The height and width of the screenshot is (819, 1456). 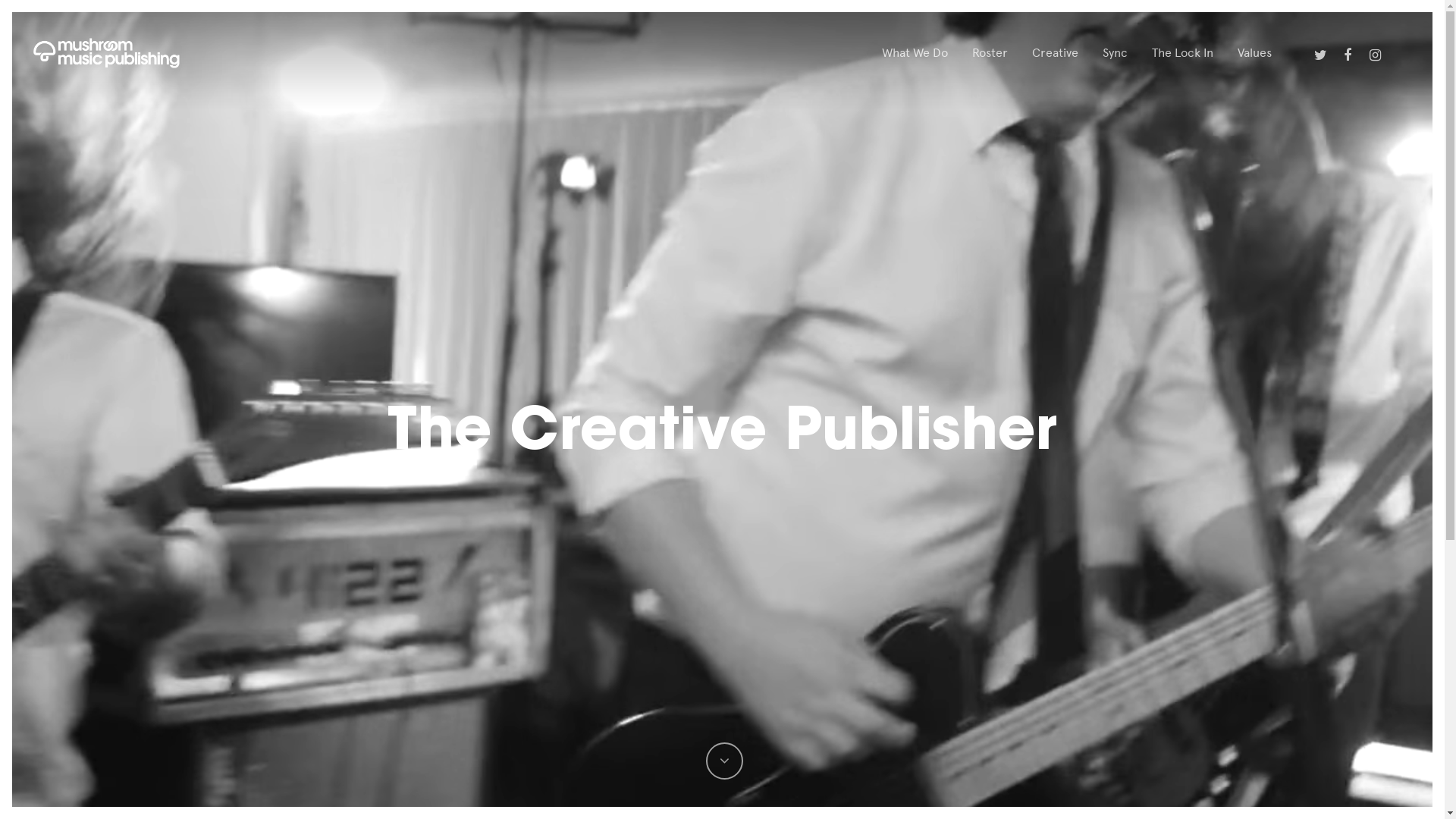 What do you see at coordinates (1254, 52) in the screenshot?
I see `'Values'` at bounding box center [1254, 52].